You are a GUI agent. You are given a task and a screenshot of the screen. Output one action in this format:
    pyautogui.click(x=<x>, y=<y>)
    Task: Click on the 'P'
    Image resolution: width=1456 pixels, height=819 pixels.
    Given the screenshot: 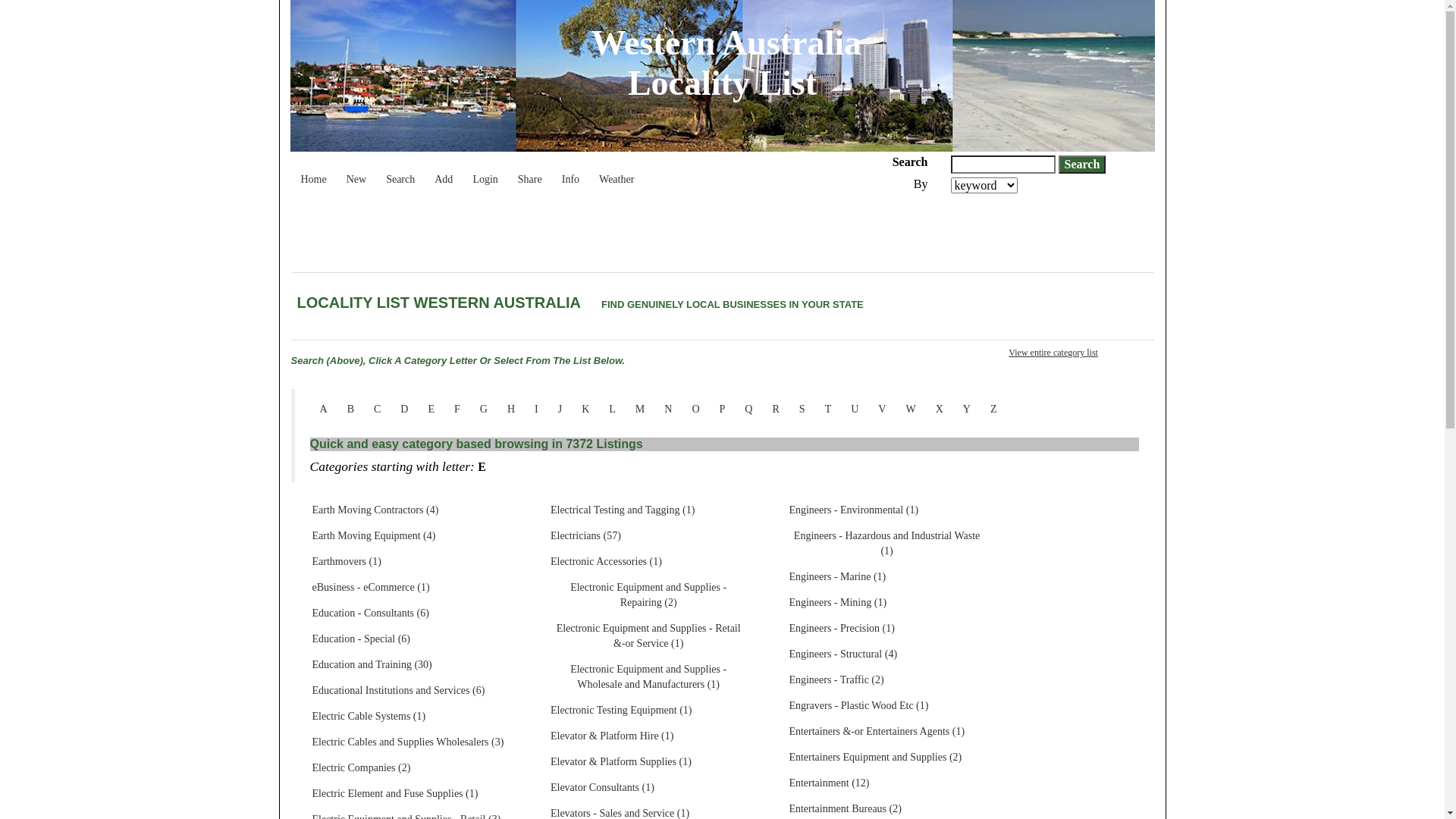 What is the action you would take?
    pyautogui.click(x=709, y=409)
    